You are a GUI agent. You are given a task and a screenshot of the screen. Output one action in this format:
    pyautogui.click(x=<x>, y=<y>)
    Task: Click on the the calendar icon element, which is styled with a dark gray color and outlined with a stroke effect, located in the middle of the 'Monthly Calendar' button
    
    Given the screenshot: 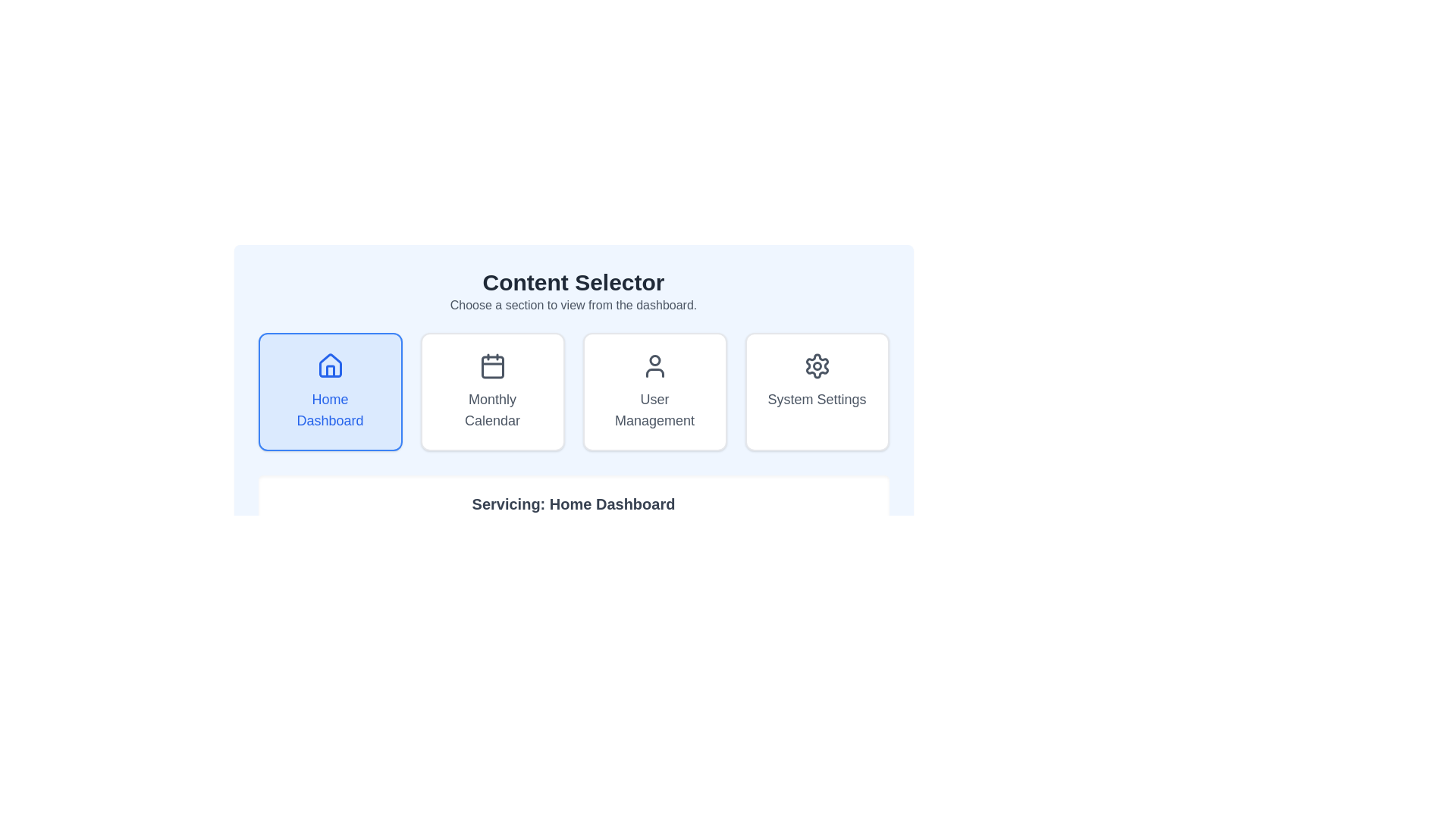 What is the action you would take?
    pyautogui.click(x=492, y=366)
    